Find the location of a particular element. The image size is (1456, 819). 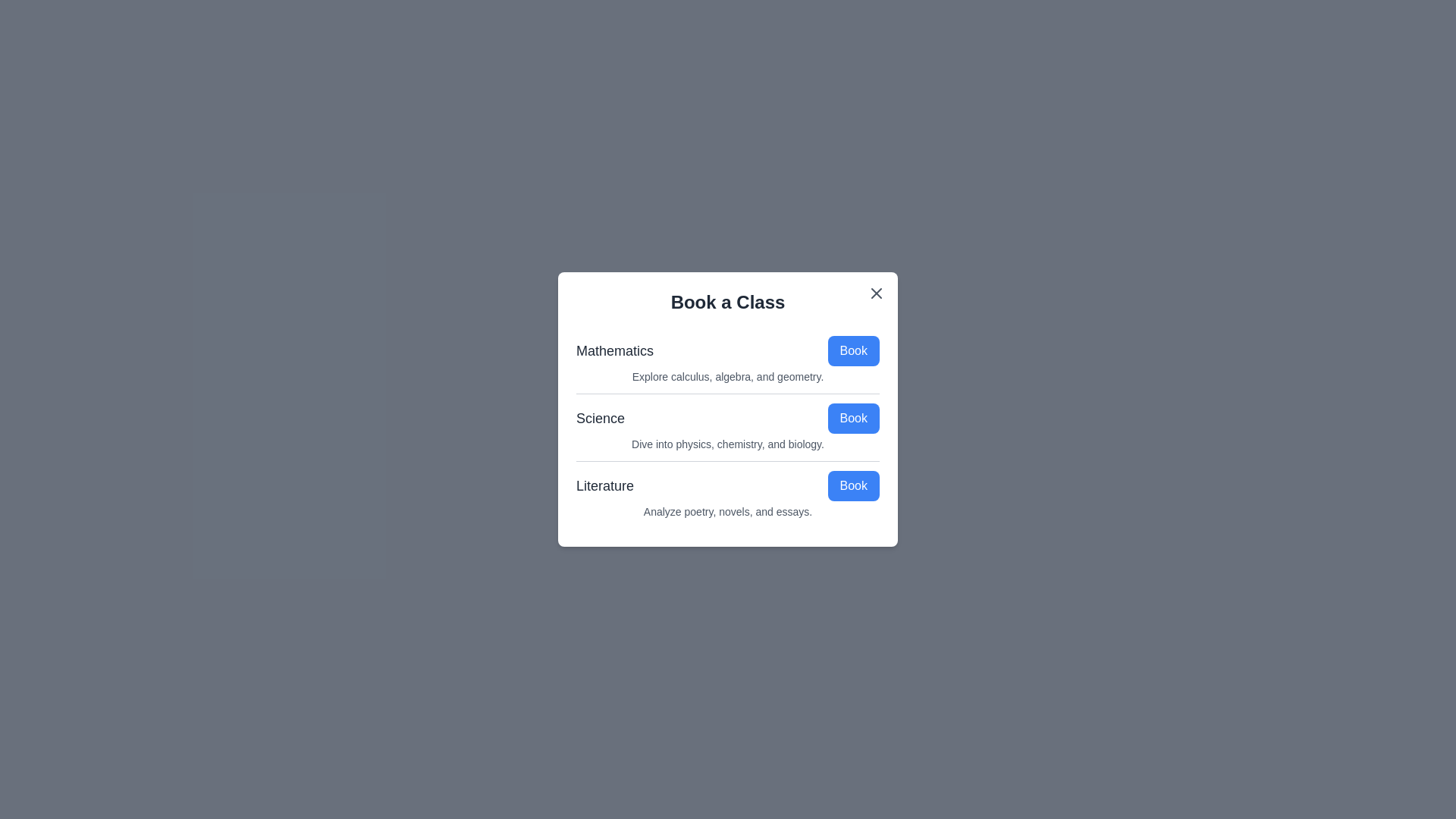

the description of Literature to examine it is located at coordinates (728, 512).